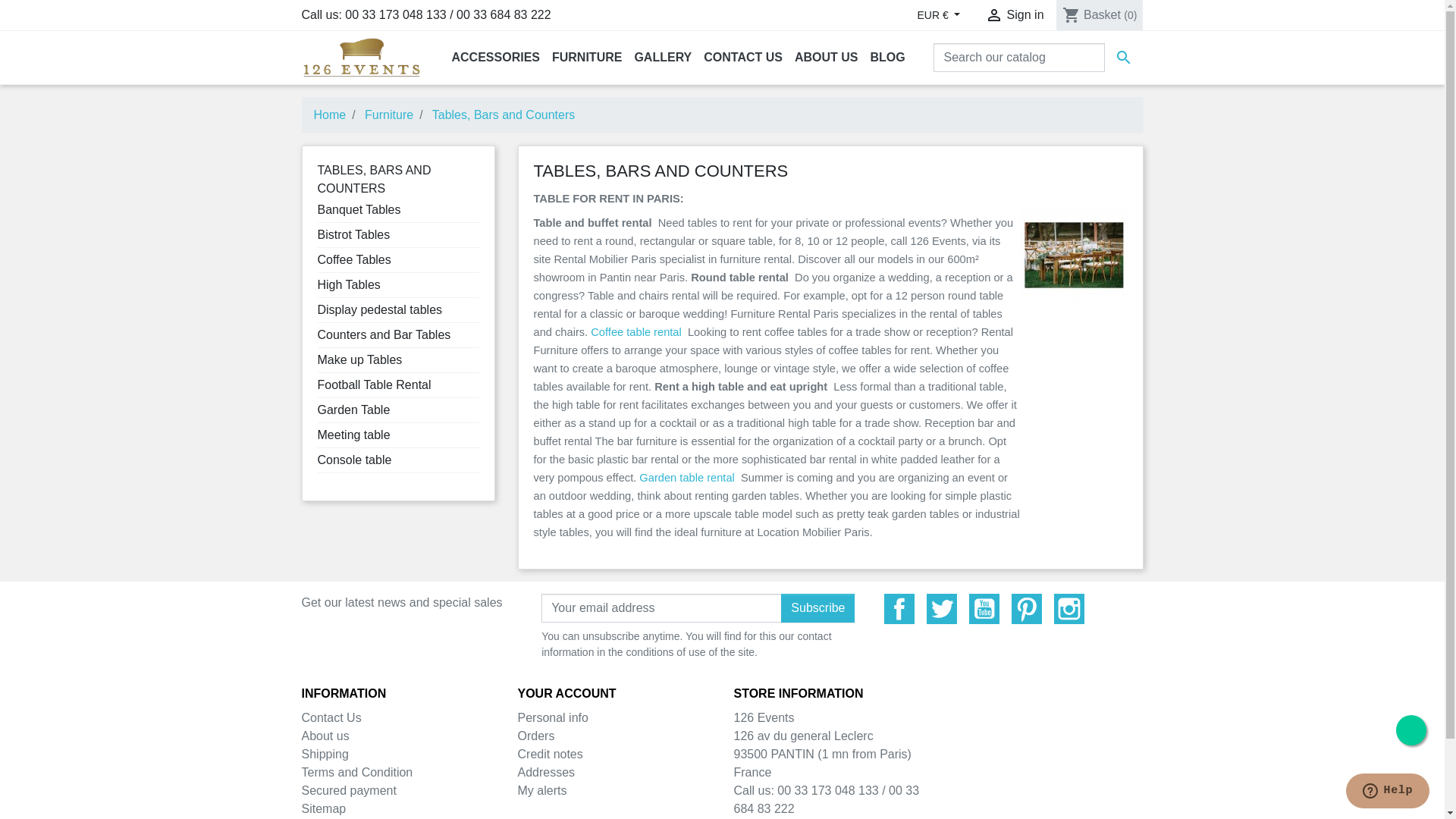  Describe the element at coordinates (348, 789) in the screenshot. I see `'Secured payment'` at that location.